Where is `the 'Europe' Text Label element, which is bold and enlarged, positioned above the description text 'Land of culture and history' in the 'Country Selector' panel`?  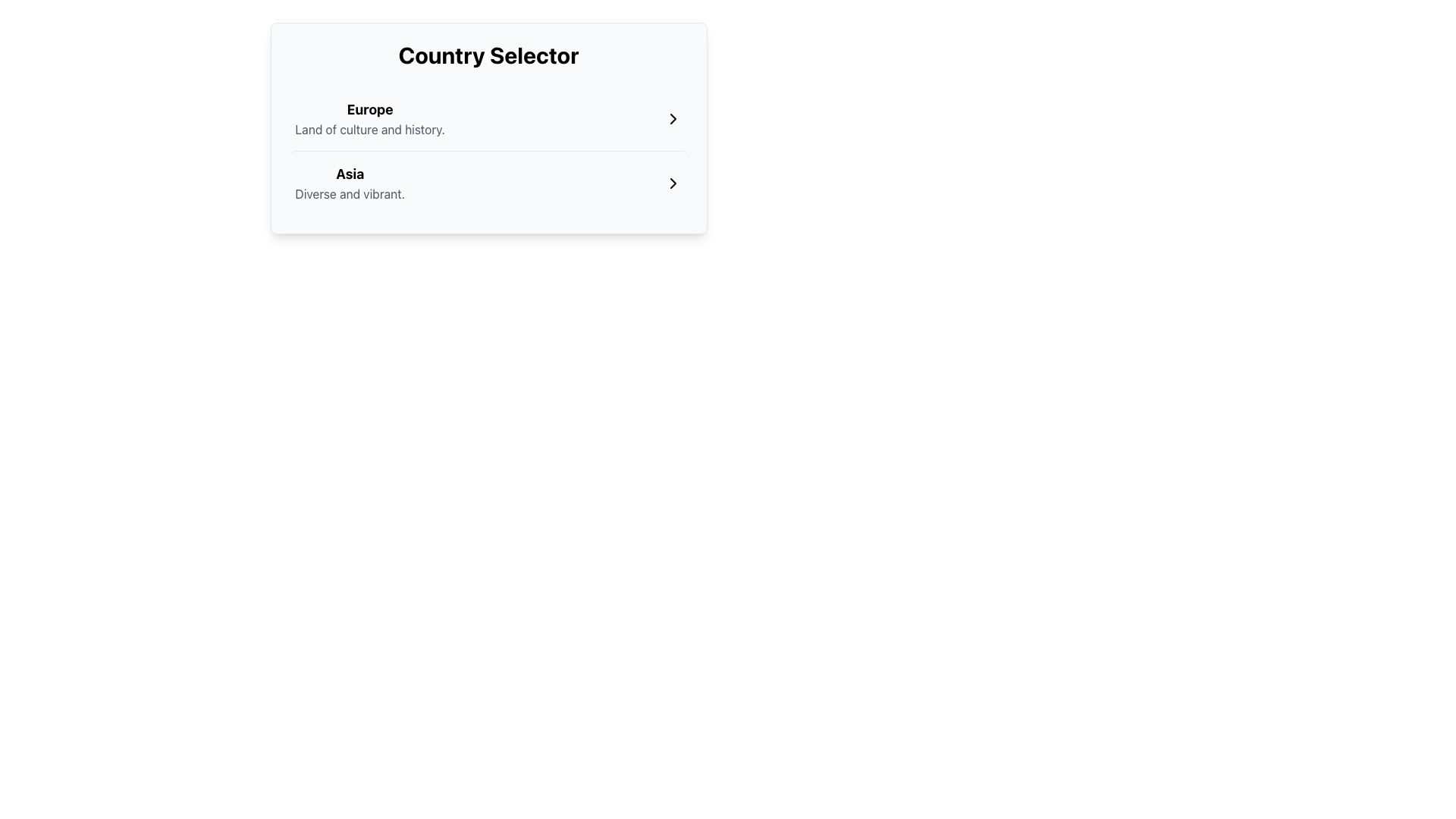
the 'Europe' Text Label element, which is bold and enlarged, positioned above the description text 'Land of culture and history' in the 'Country Selector' panel is located at coordinates (370, 109).